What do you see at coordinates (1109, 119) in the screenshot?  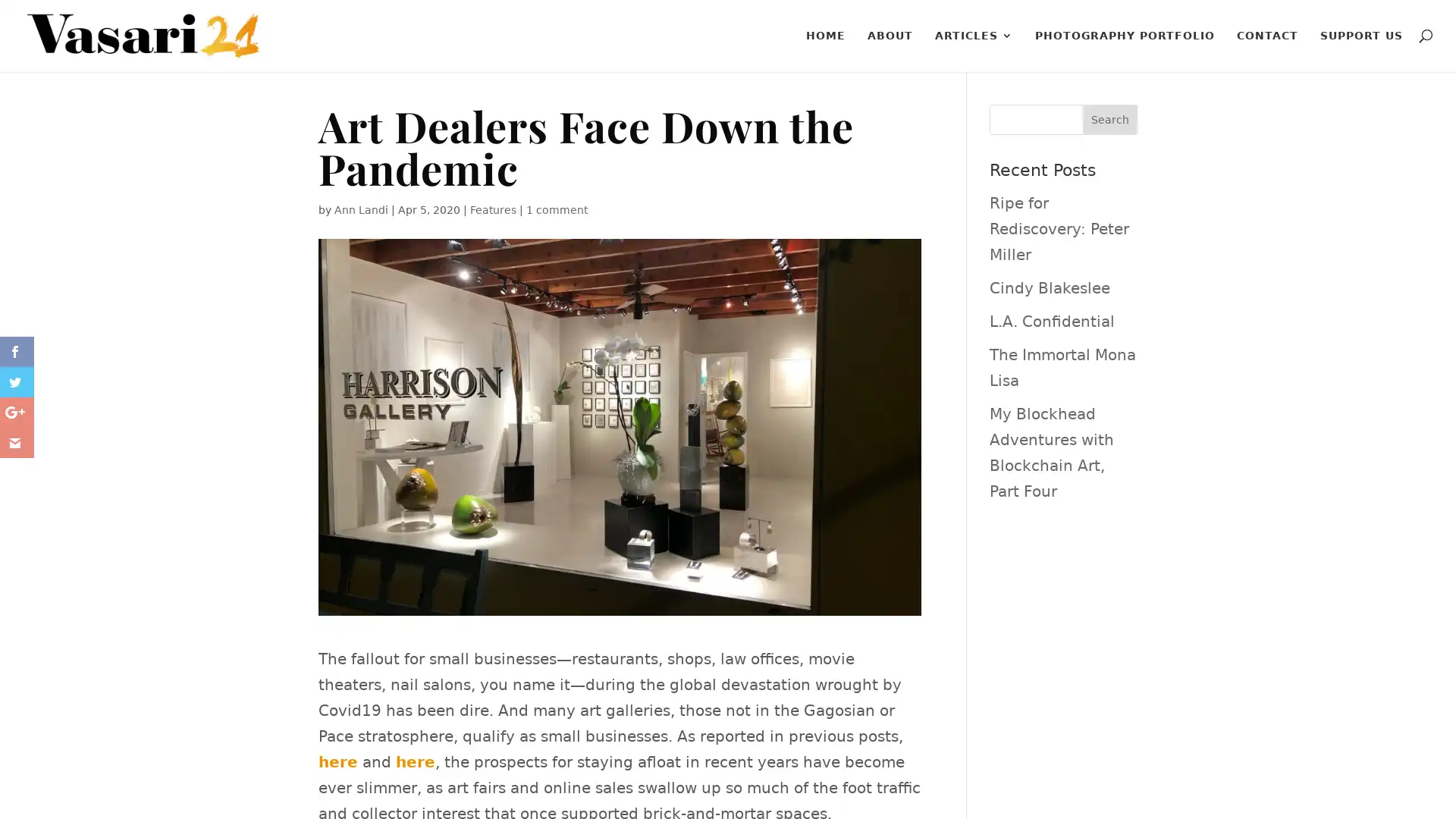 I see `Search` at bounding box center [1109, 119].